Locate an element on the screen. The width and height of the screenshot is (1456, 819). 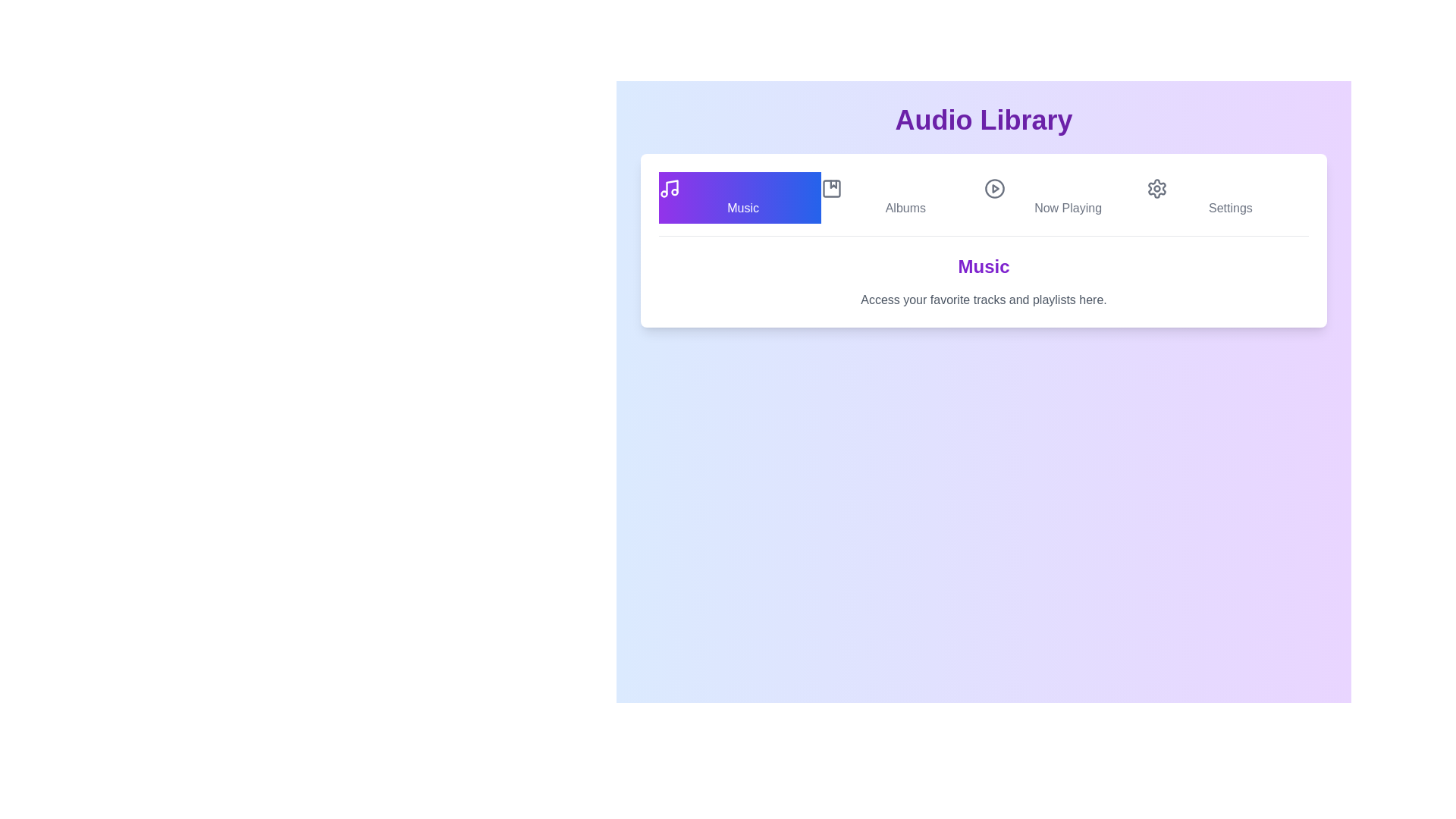
the Navigation Tab located in the horizontal navigation bar, which is the second clickable option is located at coordinates (902, 197).